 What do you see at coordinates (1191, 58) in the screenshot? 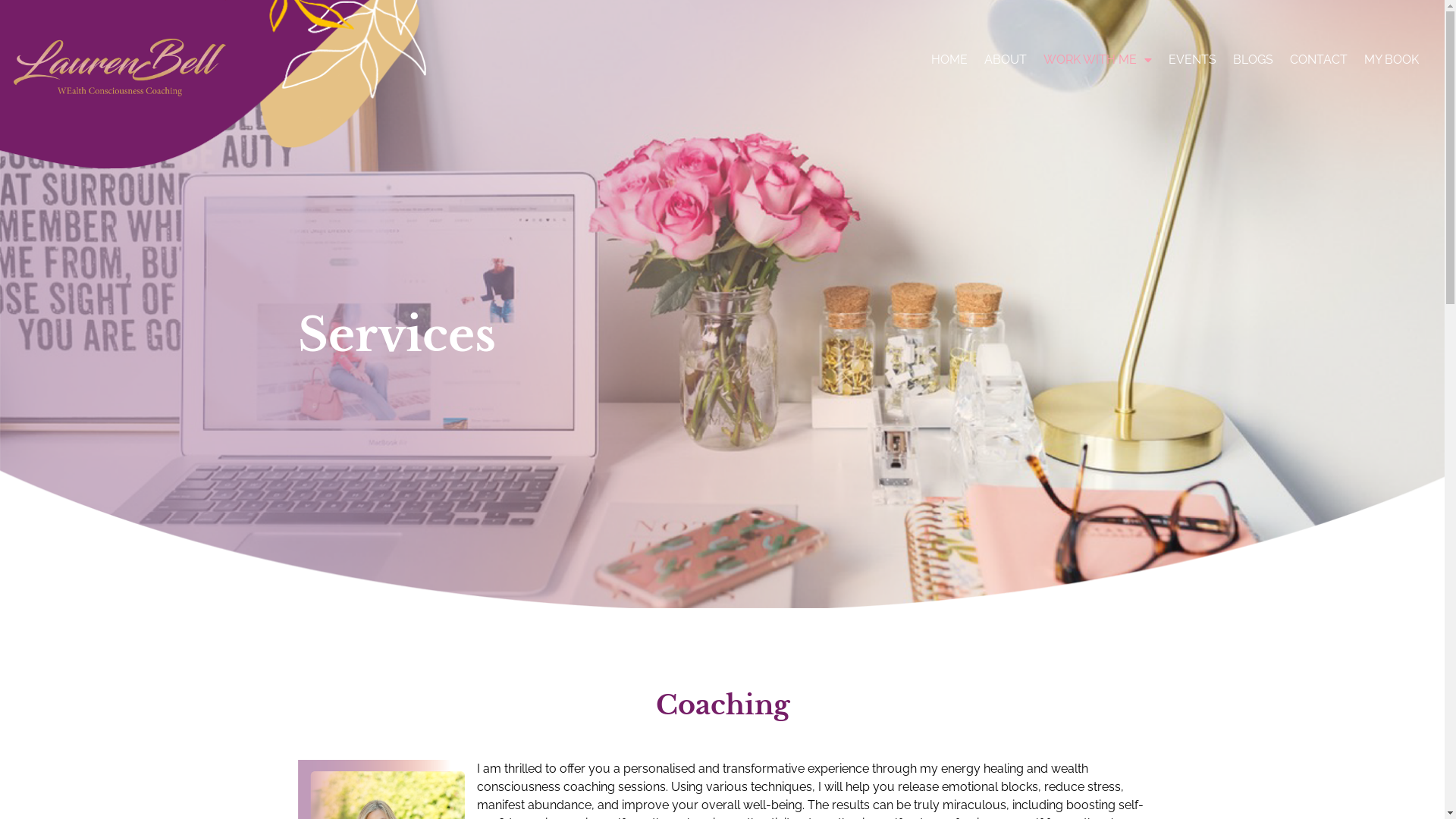
I see `'EVENTS'` at bounding box center [1191, 58].